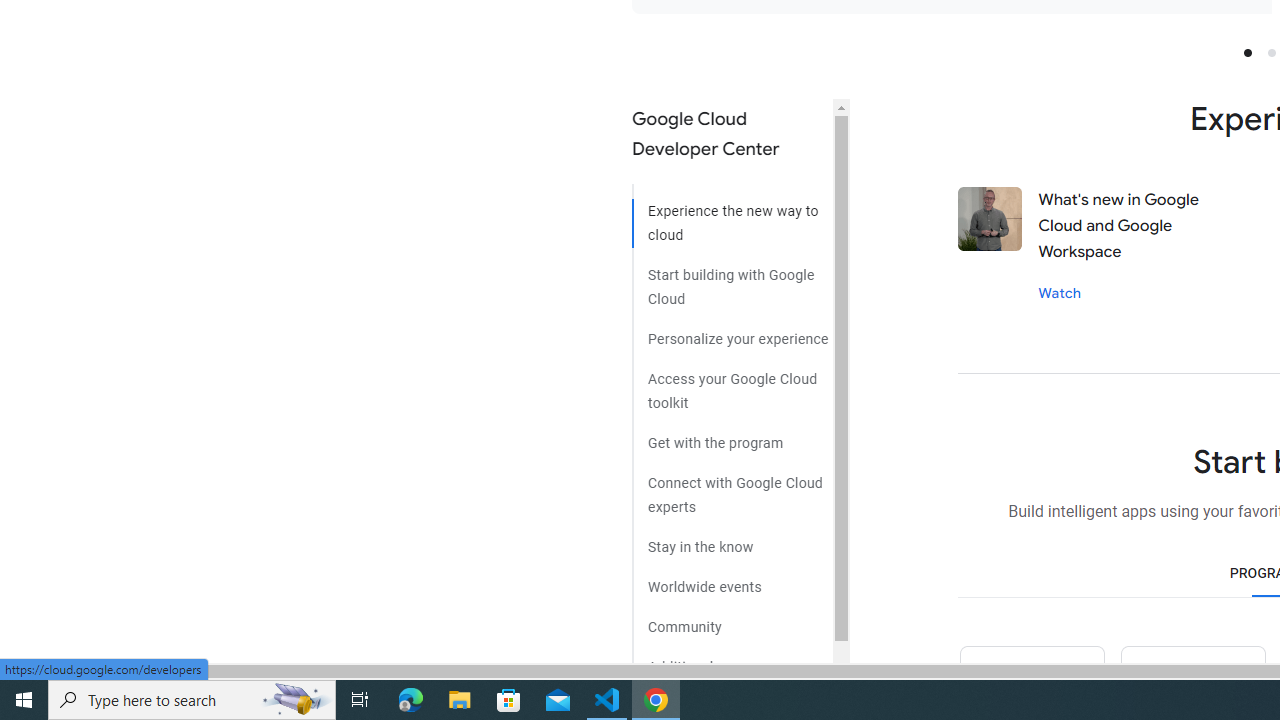  I want to click on 'Personalize your experience', so click(731, 330).